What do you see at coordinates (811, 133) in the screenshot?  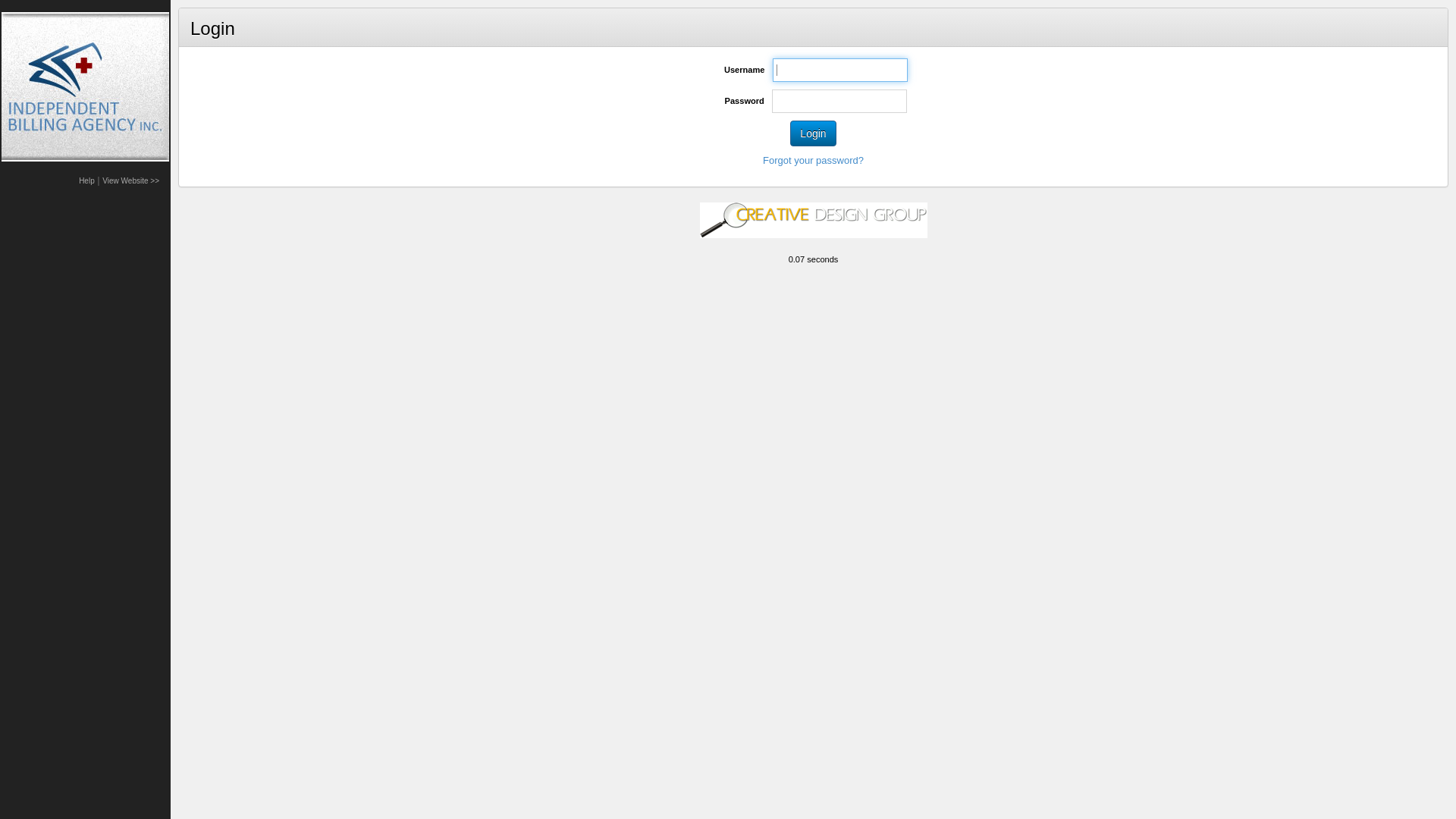 I see `'Login'` at bounding box center [811, 133].